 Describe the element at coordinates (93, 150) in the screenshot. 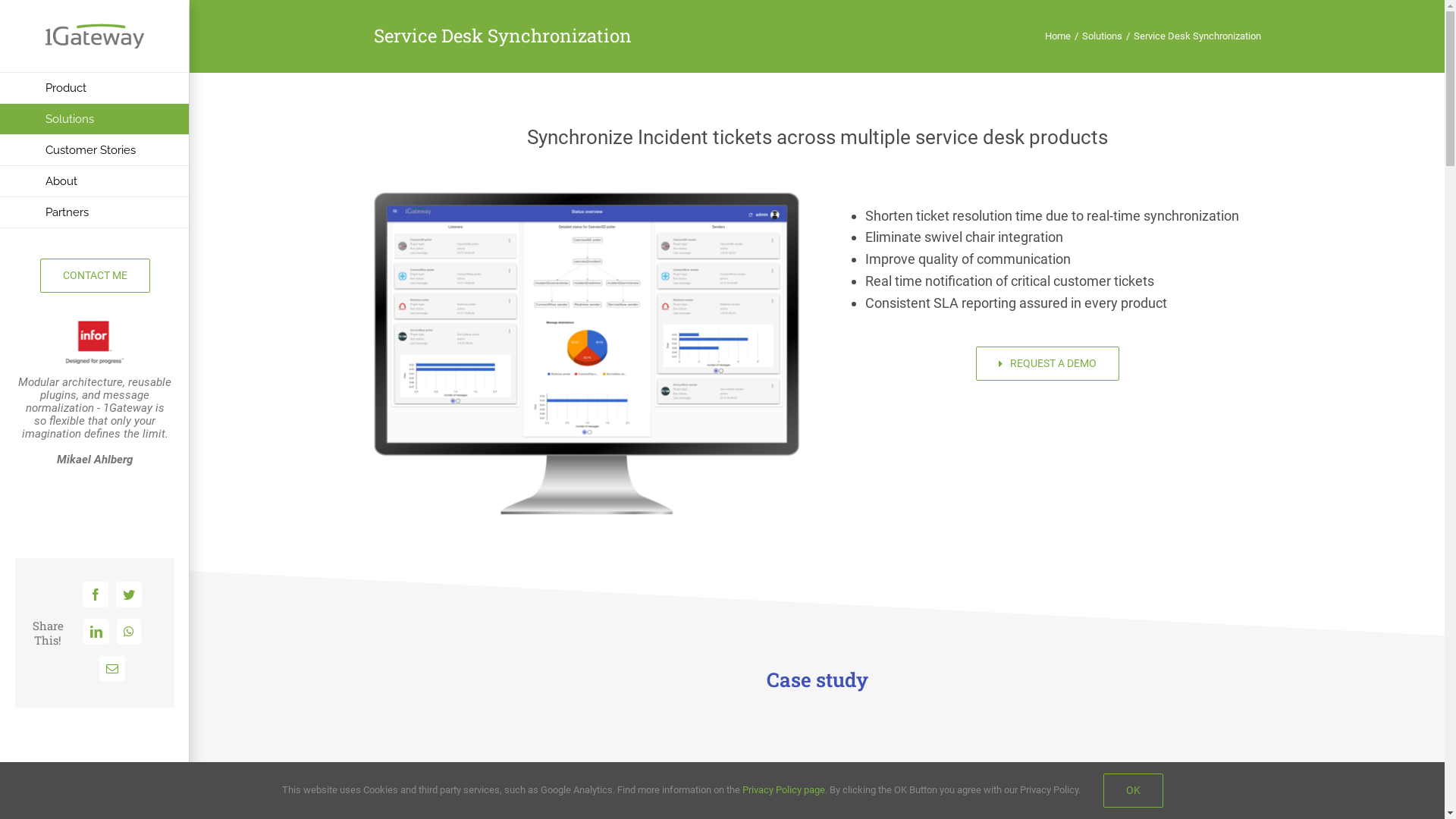

I see `'Customer Stories'` at that location.